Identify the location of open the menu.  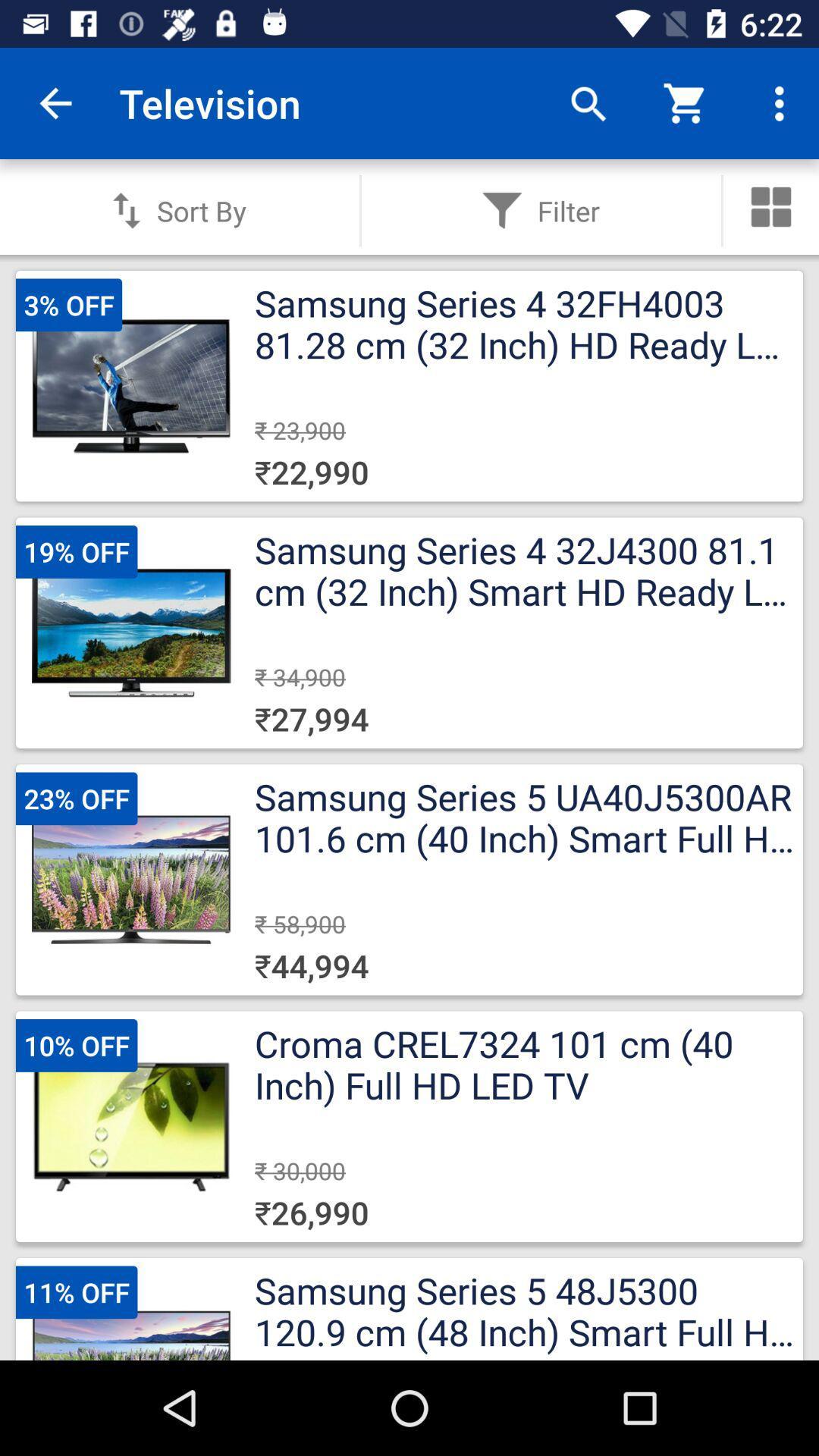
(771, 206).